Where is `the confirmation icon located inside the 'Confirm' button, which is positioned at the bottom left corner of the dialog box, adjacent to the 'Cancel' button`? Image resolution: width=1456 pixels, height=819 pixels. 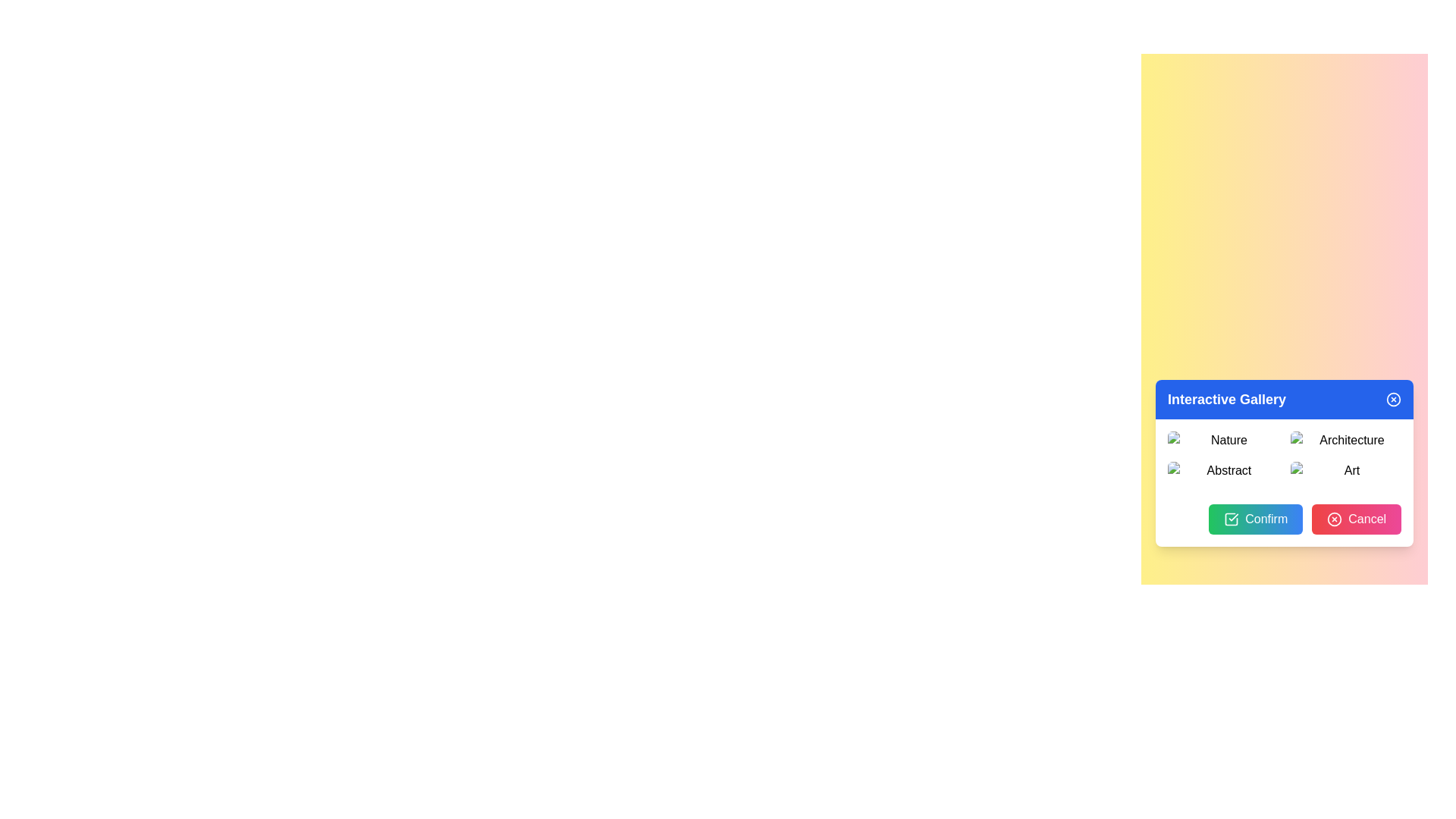 the confirmation icon located inside the 'Confirm' button, which is positioned at the bottom left corner of the dialog box, adjacent to the 'Cancel' button is located at coordinates (1232, 519).